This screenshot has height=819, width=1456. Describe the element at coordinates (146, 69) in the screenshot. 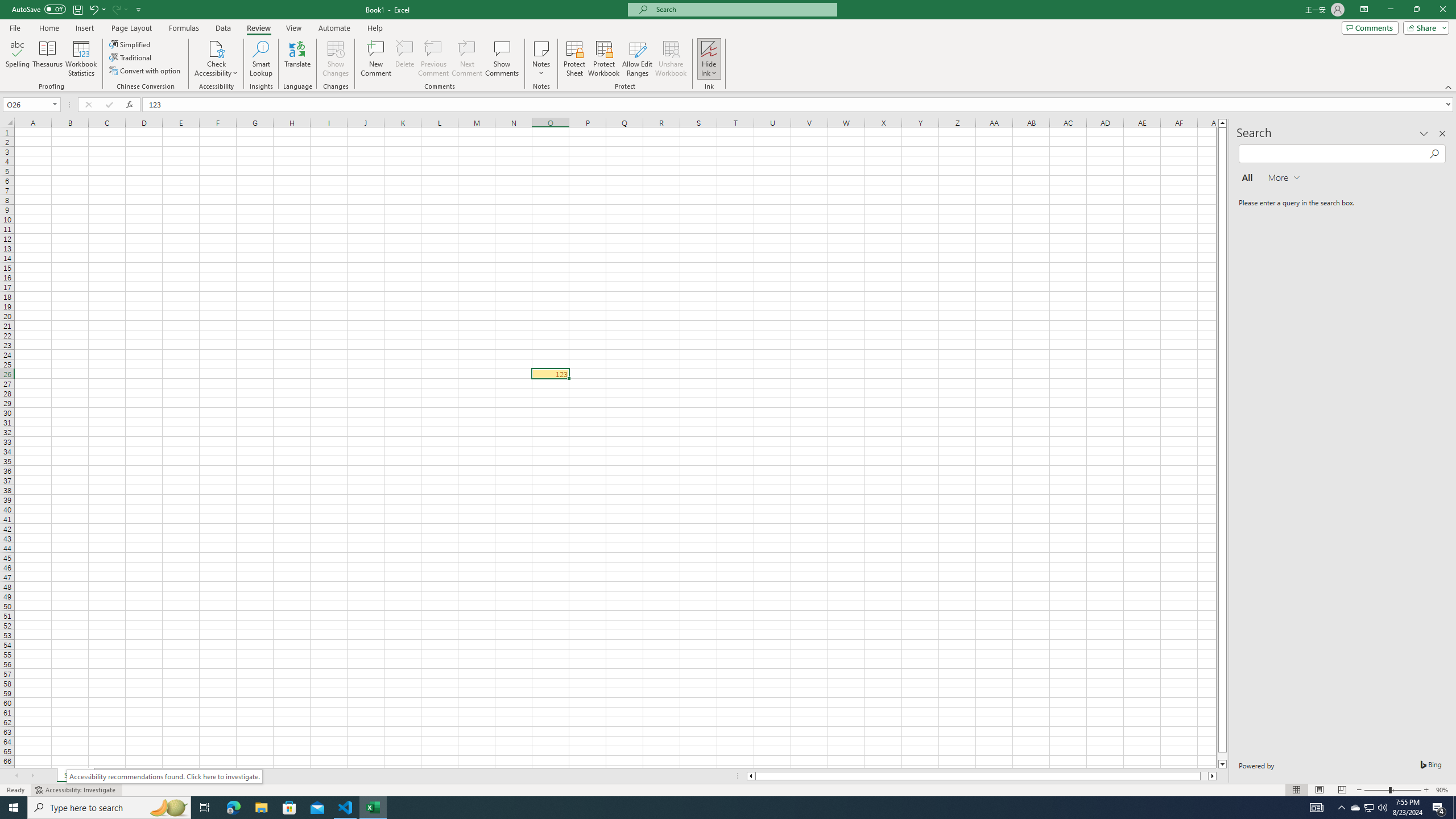

I see `'Convert with option'` at that location.